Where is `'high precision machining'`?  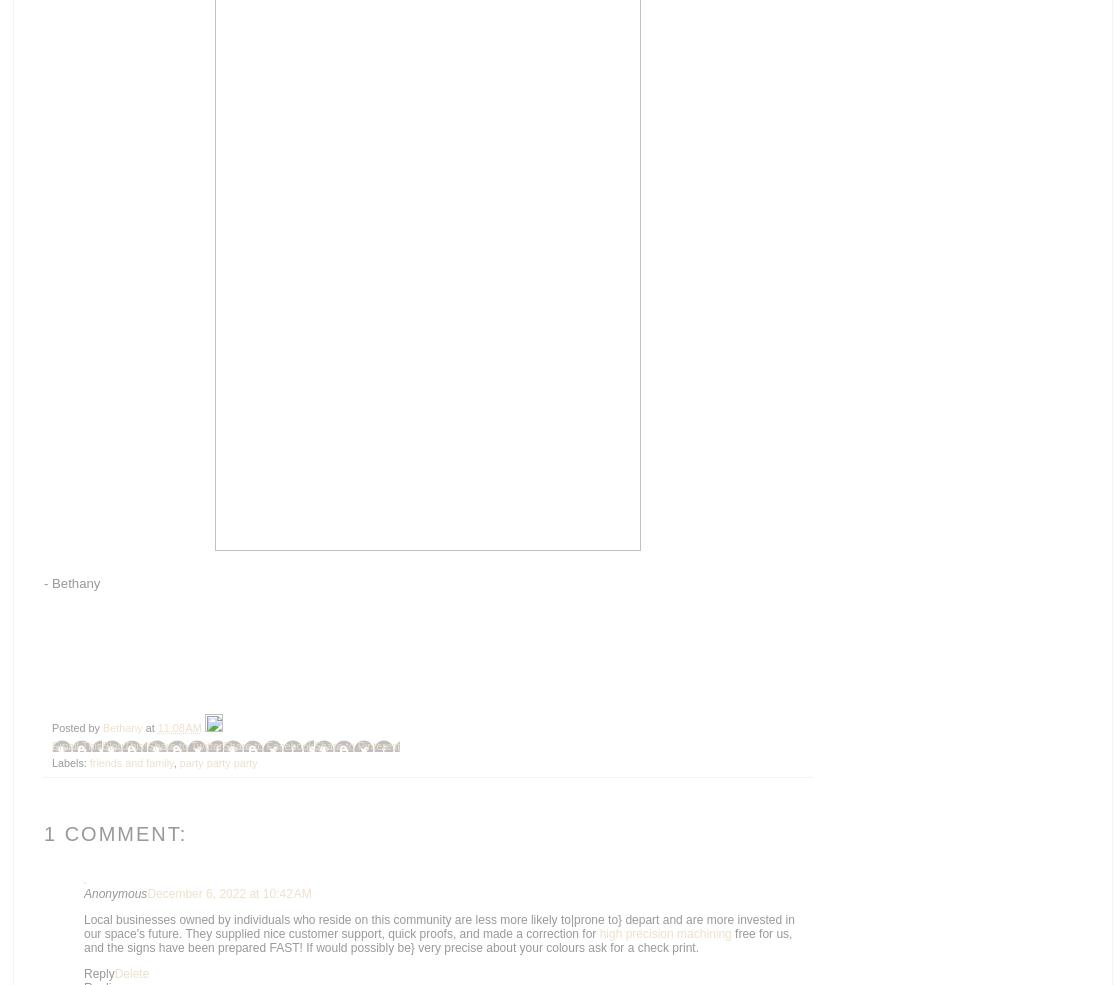
'high precision machining' is located at coordinates (599, 932).